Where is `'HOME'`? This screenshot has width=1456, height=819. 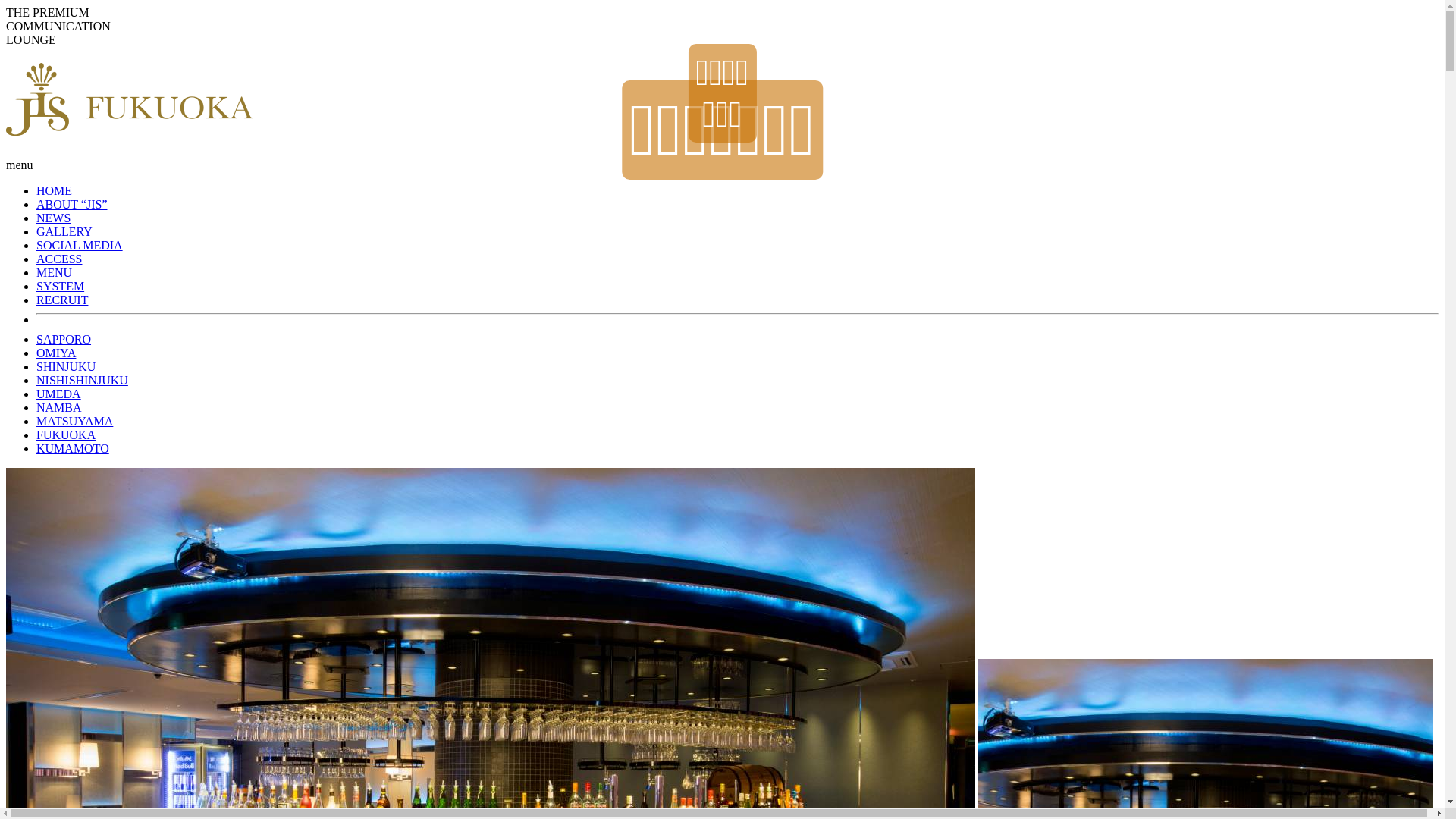
'HOME' is located at coordinates (36, 190).